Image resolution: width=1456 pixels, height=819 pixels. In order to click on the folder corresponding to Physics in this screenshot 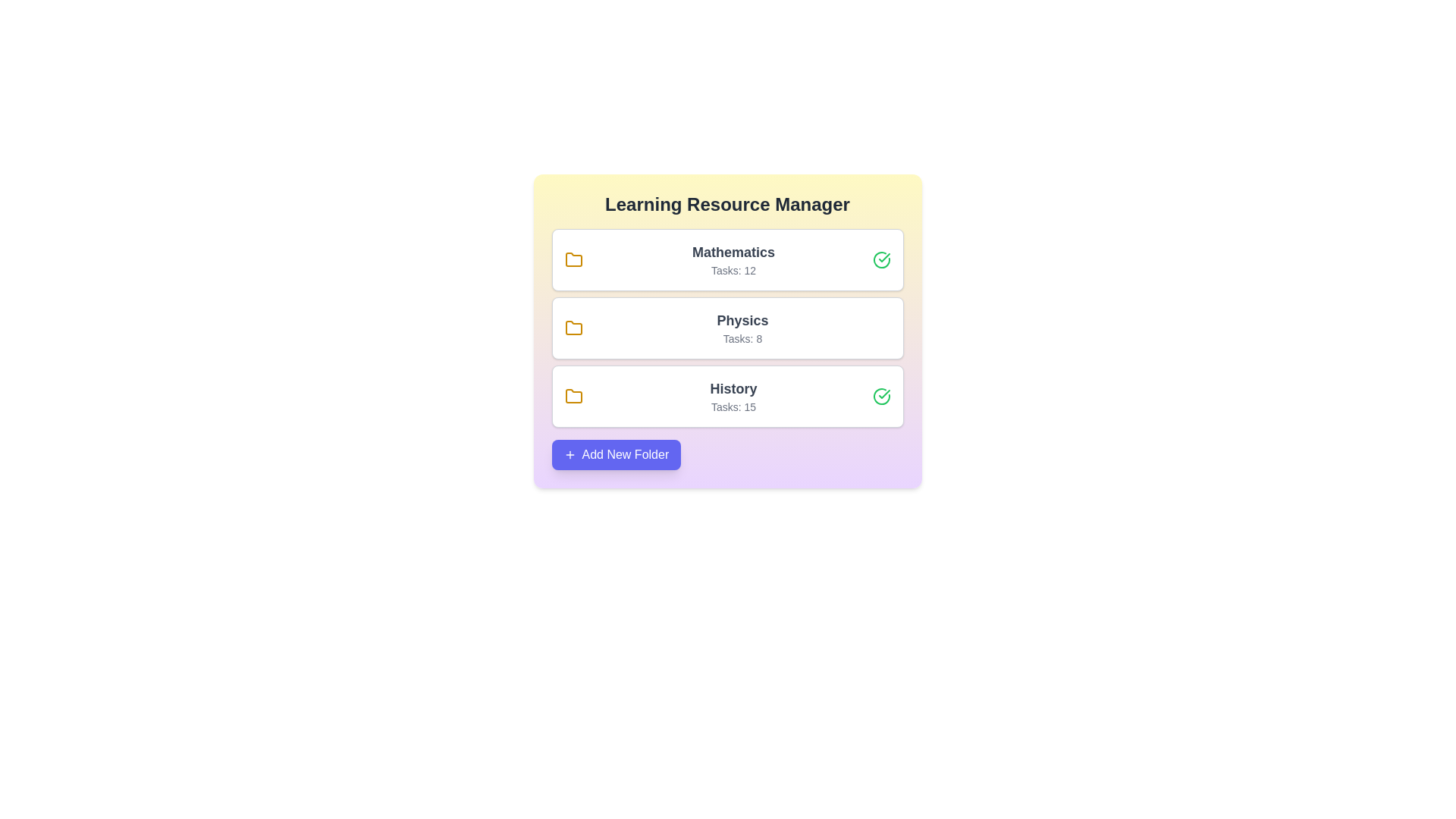, I will do `click(726, 327)`.